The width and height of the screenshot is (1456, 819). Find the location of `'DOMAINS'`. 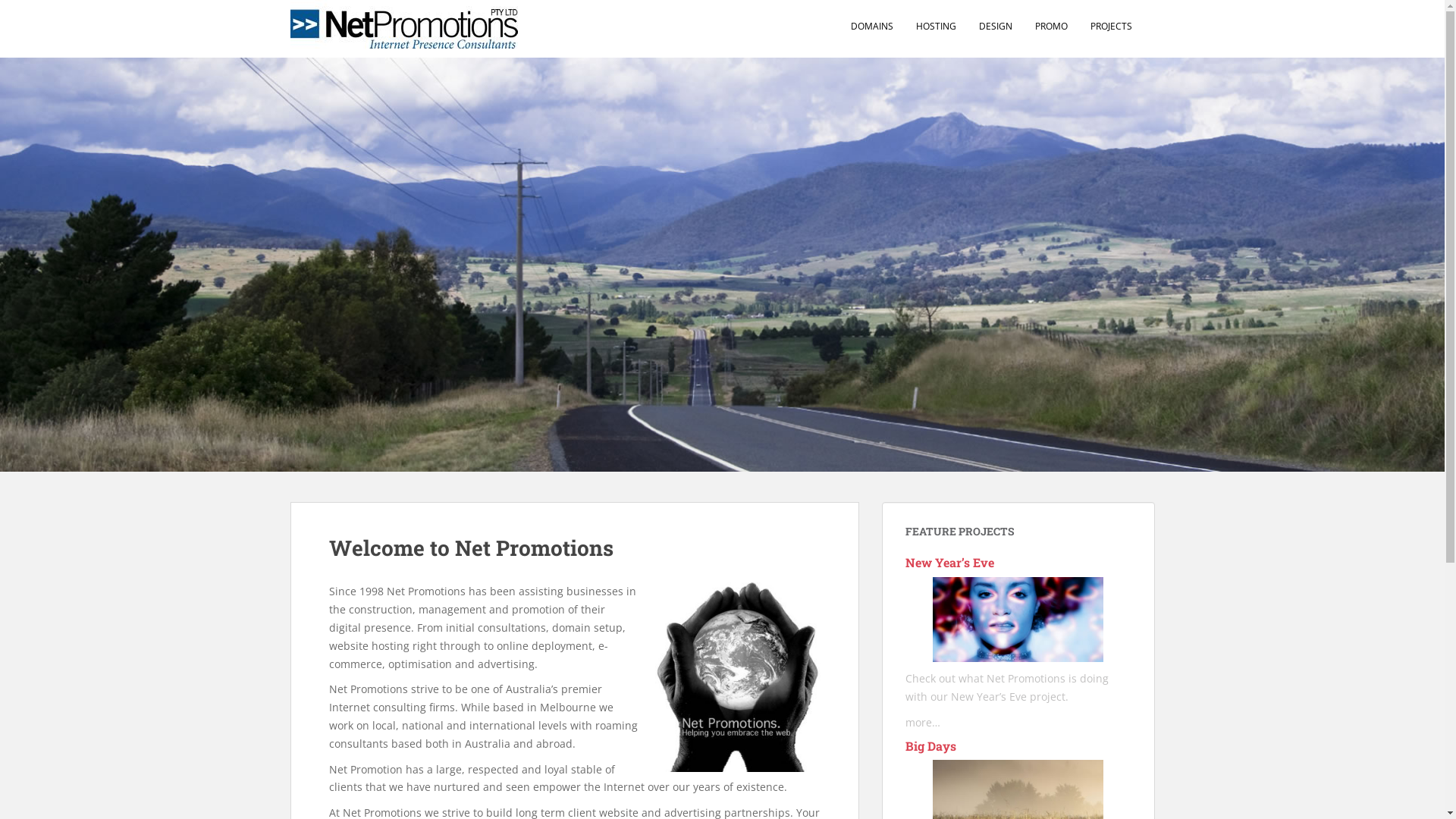

'DOMAINS' is located at coordinates (872, 26).